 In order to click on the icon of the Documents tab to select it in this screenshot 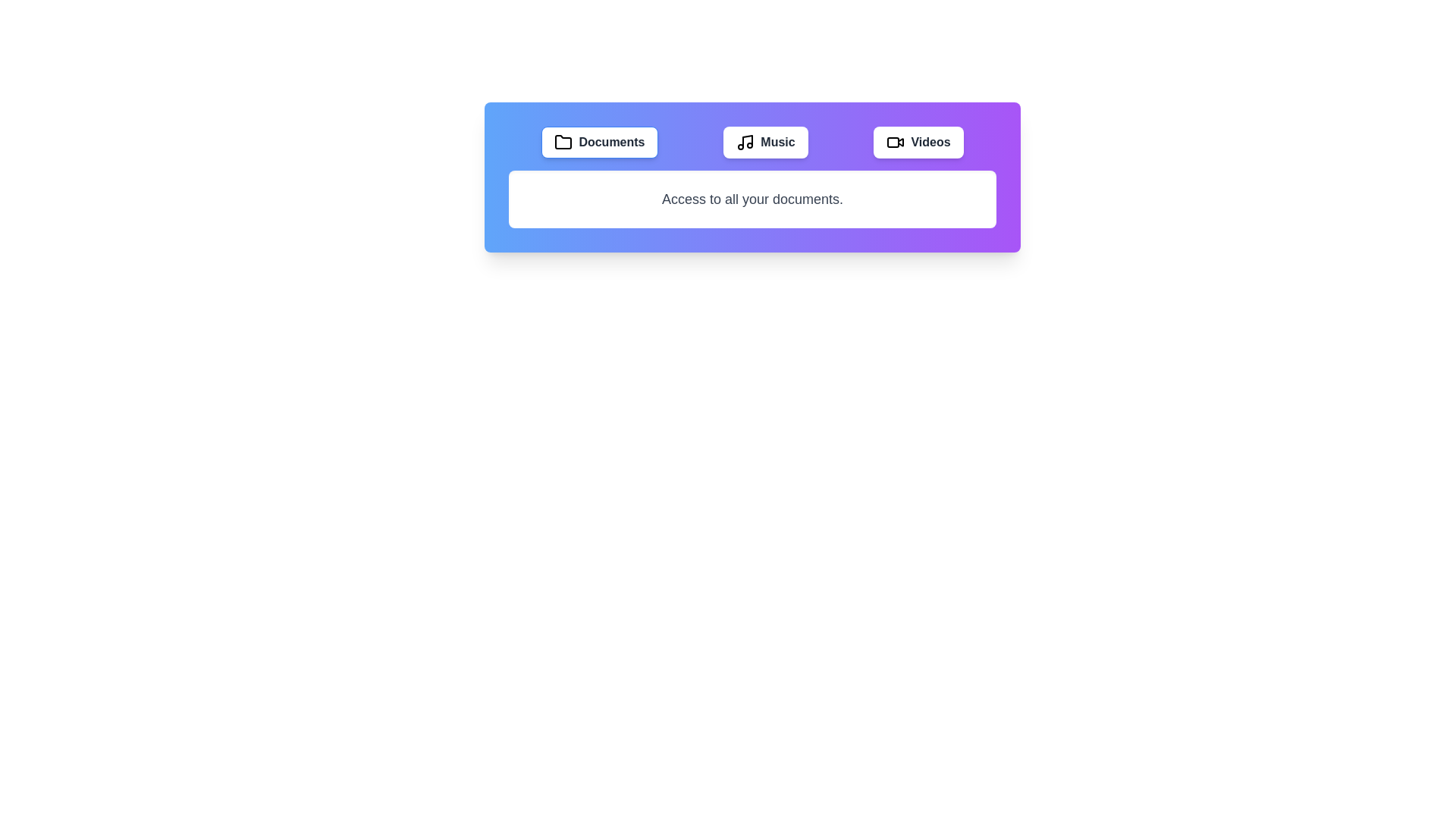, I will do `click(563, 143)`.